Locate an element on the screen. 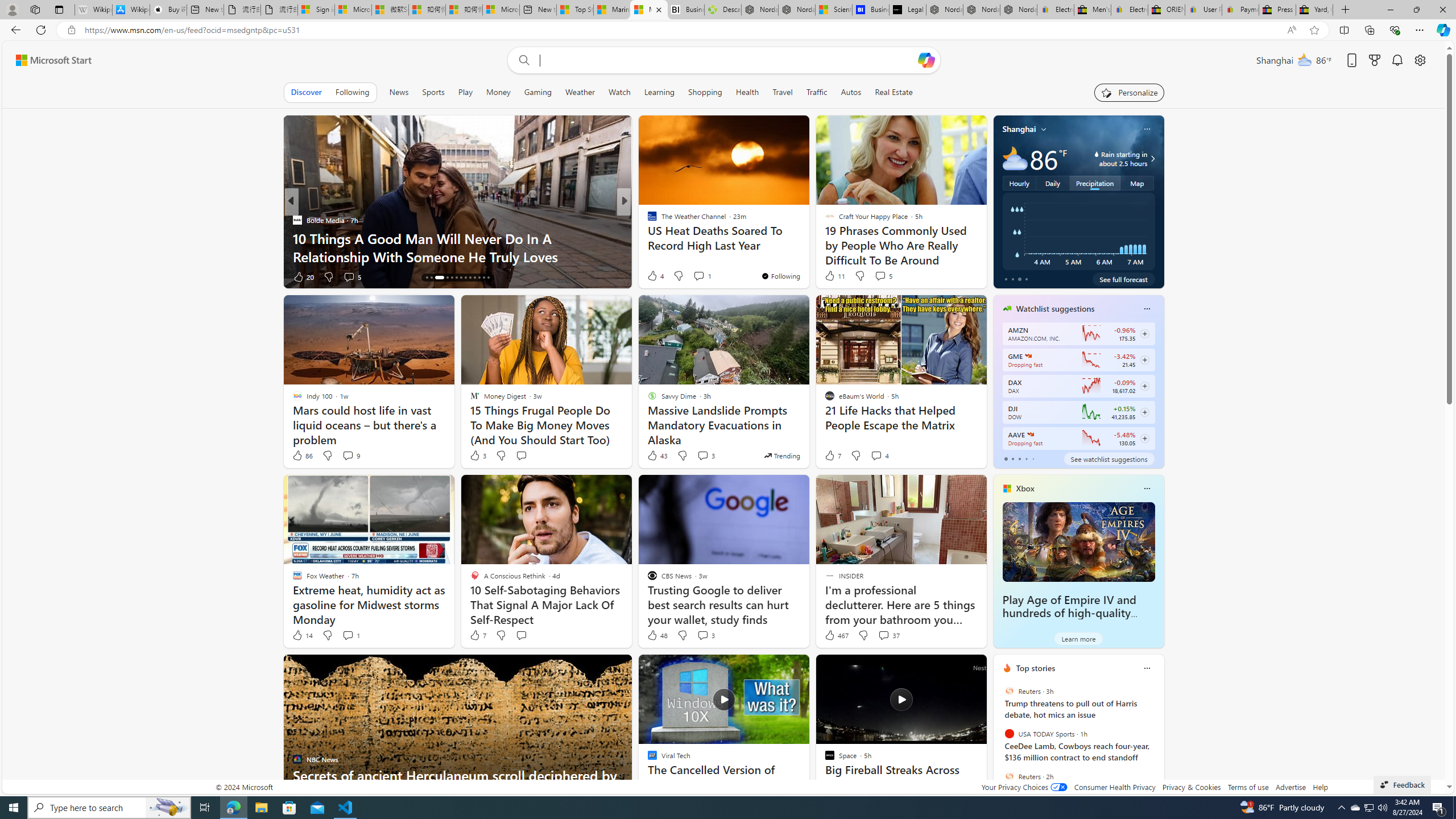  'Money' is located at coordinates (498, 92).